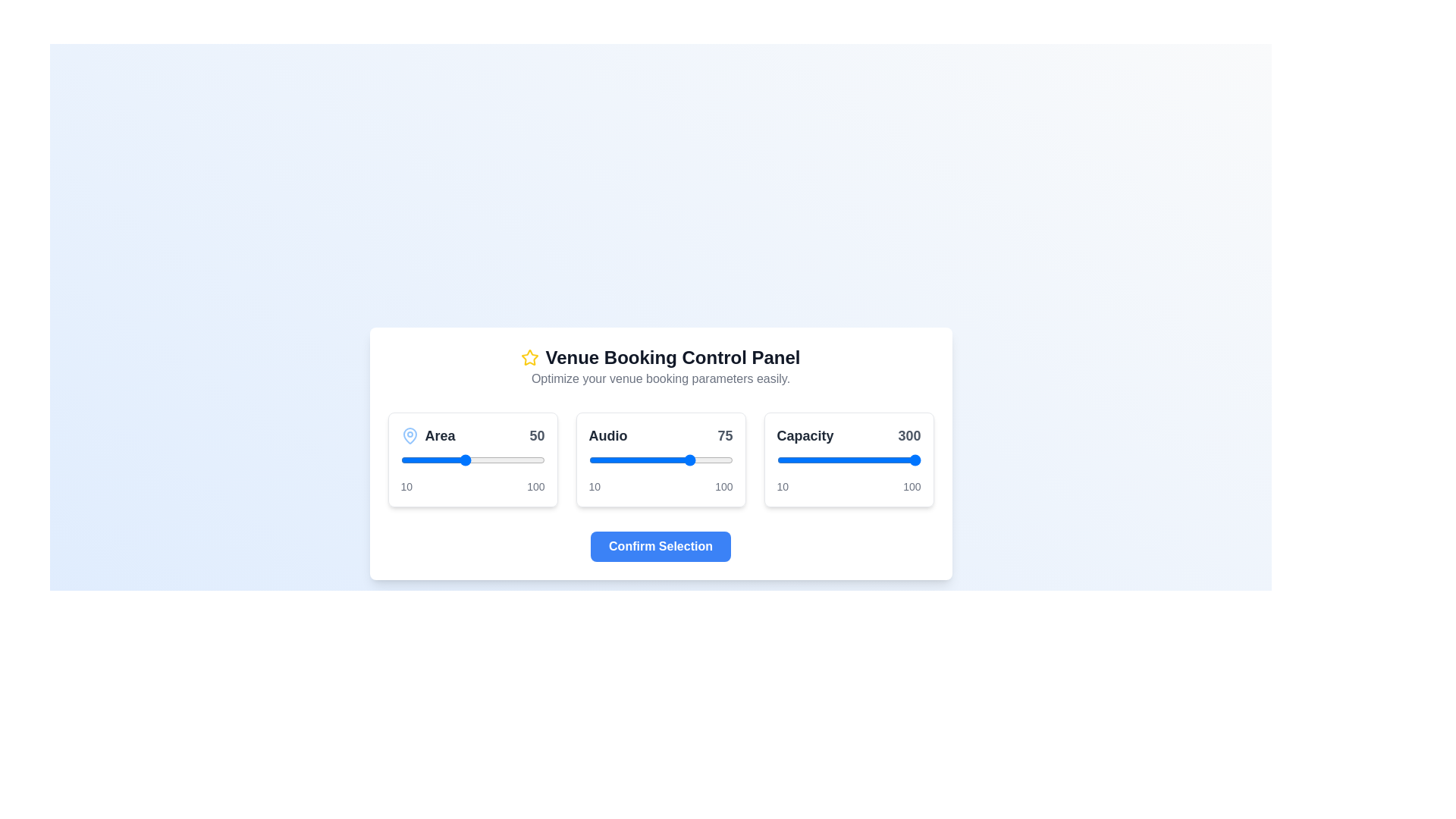 This screenshot has width=1456, height=819. Describe the element at coordinates (661, 546) in the screenshot. I see `the confirmation button located at the bottom of the 'Venue Booking Control Panel' card to observe the hover effect` at that location.